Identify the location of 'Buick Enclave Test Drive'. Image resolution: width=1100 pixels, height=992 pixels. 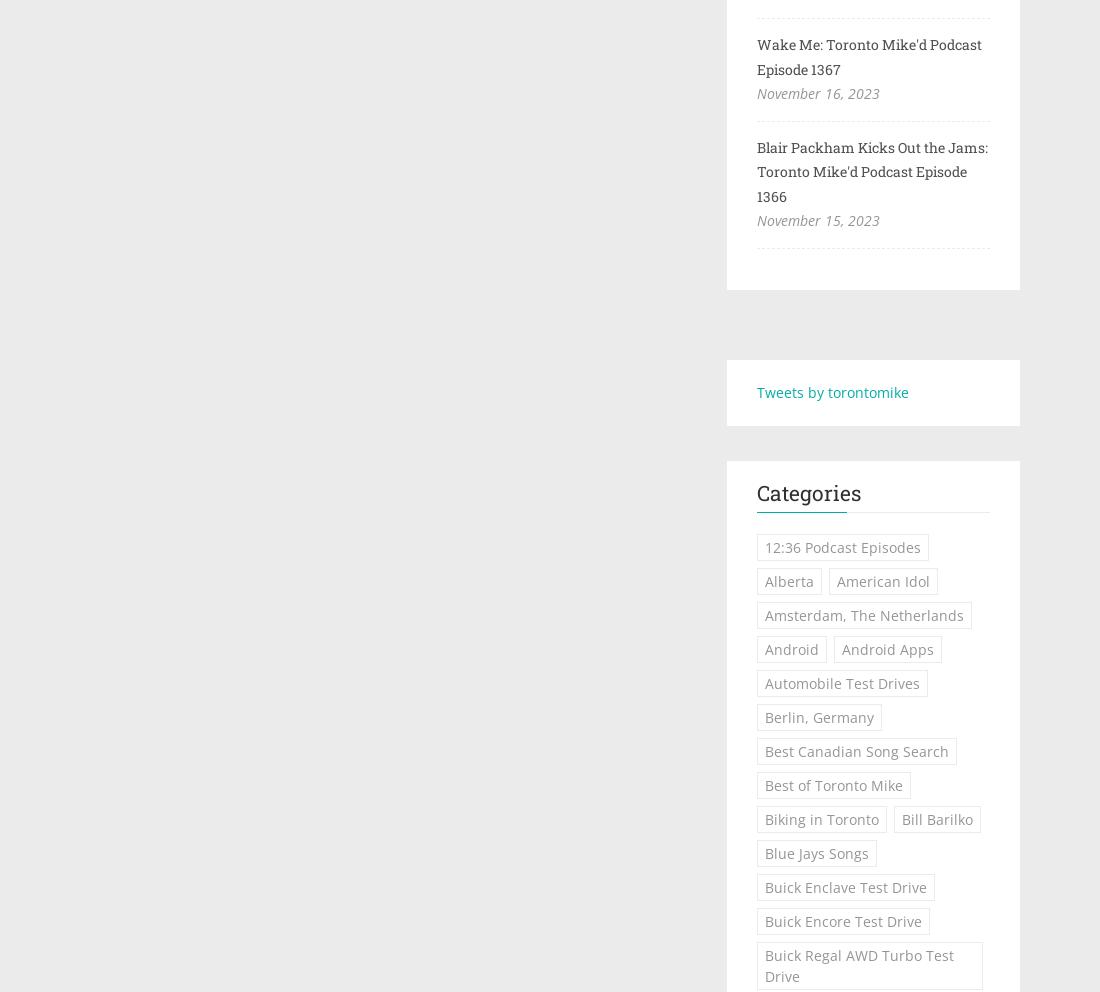
(844, 887).